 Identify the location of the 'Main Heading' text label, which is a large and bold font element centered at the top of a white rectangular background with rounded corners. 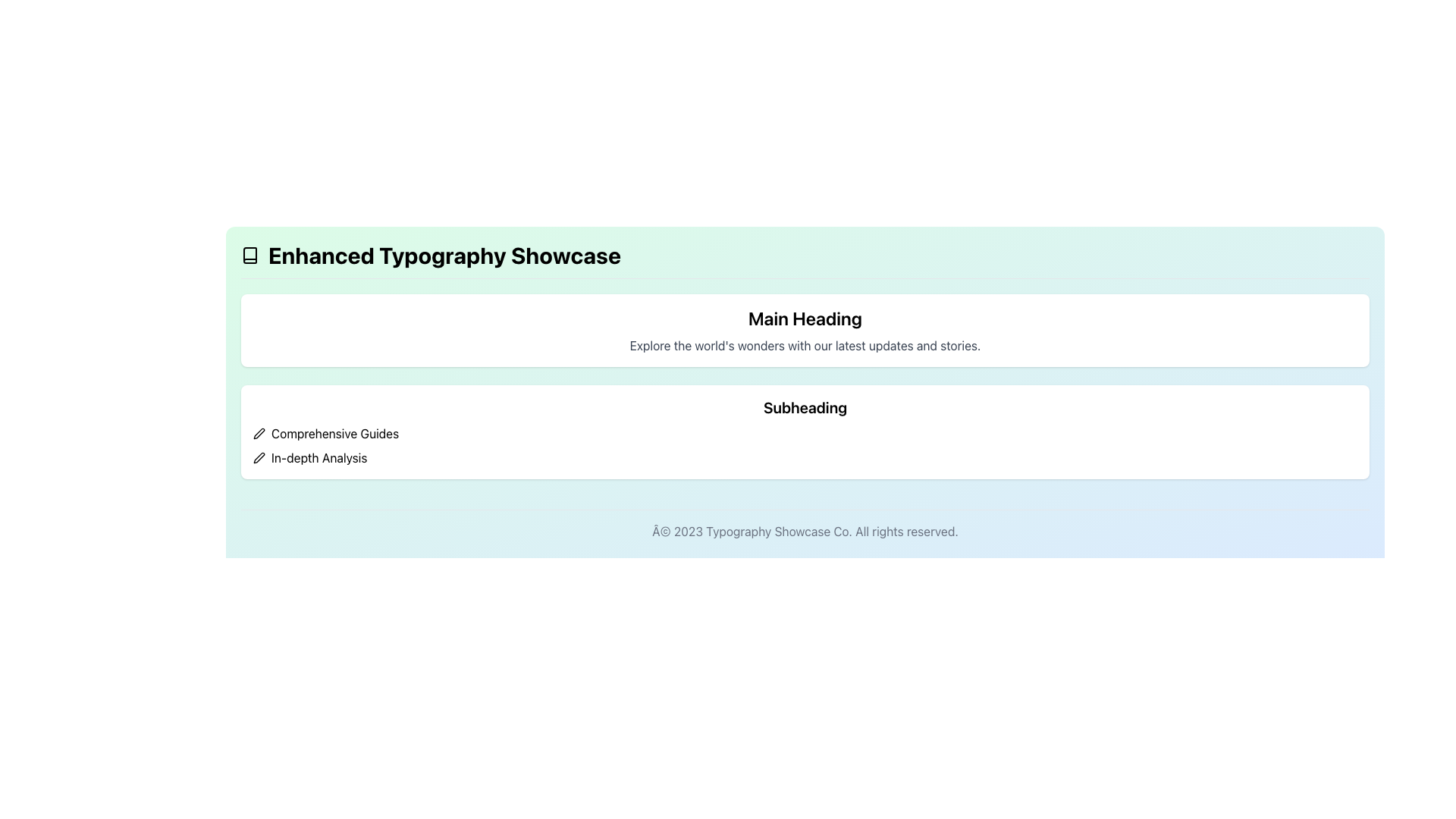
(804, 318).